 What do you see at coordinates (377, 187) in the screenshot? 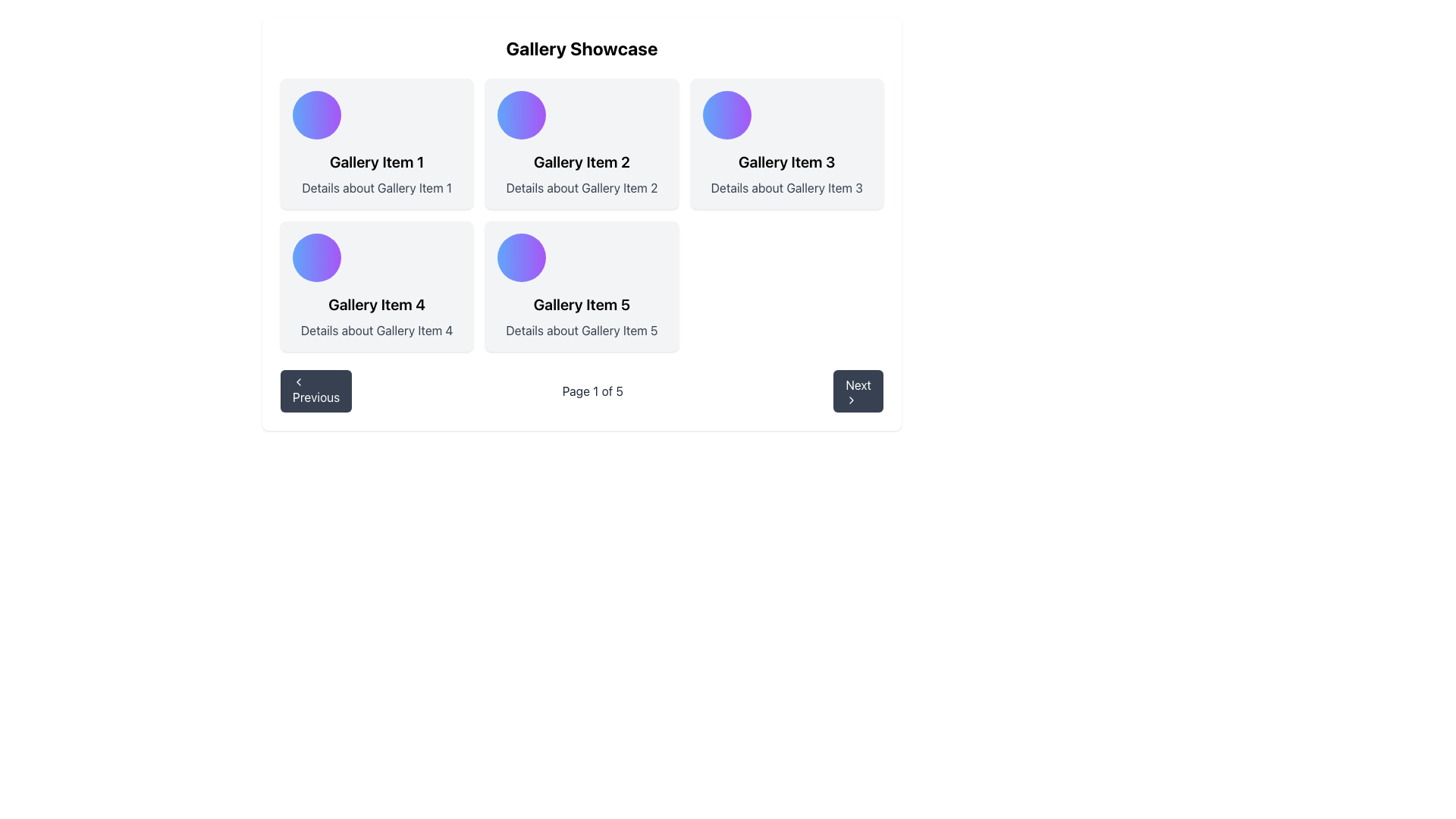
I see `the static text label providing additional descriptive information for 'Gallery Item 1' located in the top-left corner of the gallery grid layout` at bounding box center [377, 187].